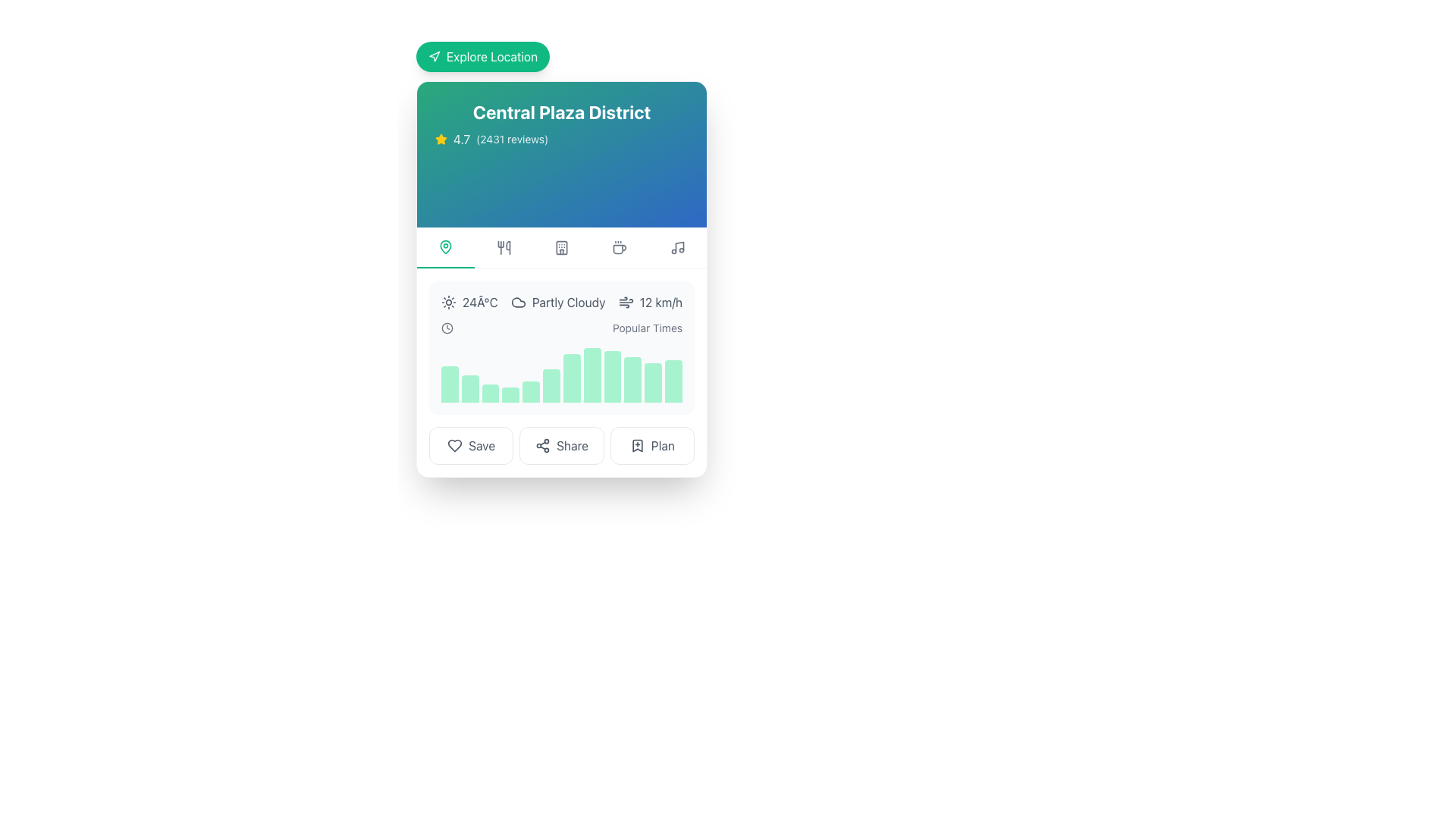  Describe the element at coordinates (447, 327) in the screenshot. I see `the clock icon located to the far left of the 'Popular Times' text label, which visually represents the concept of 'time' or 'schedule'` at that location.